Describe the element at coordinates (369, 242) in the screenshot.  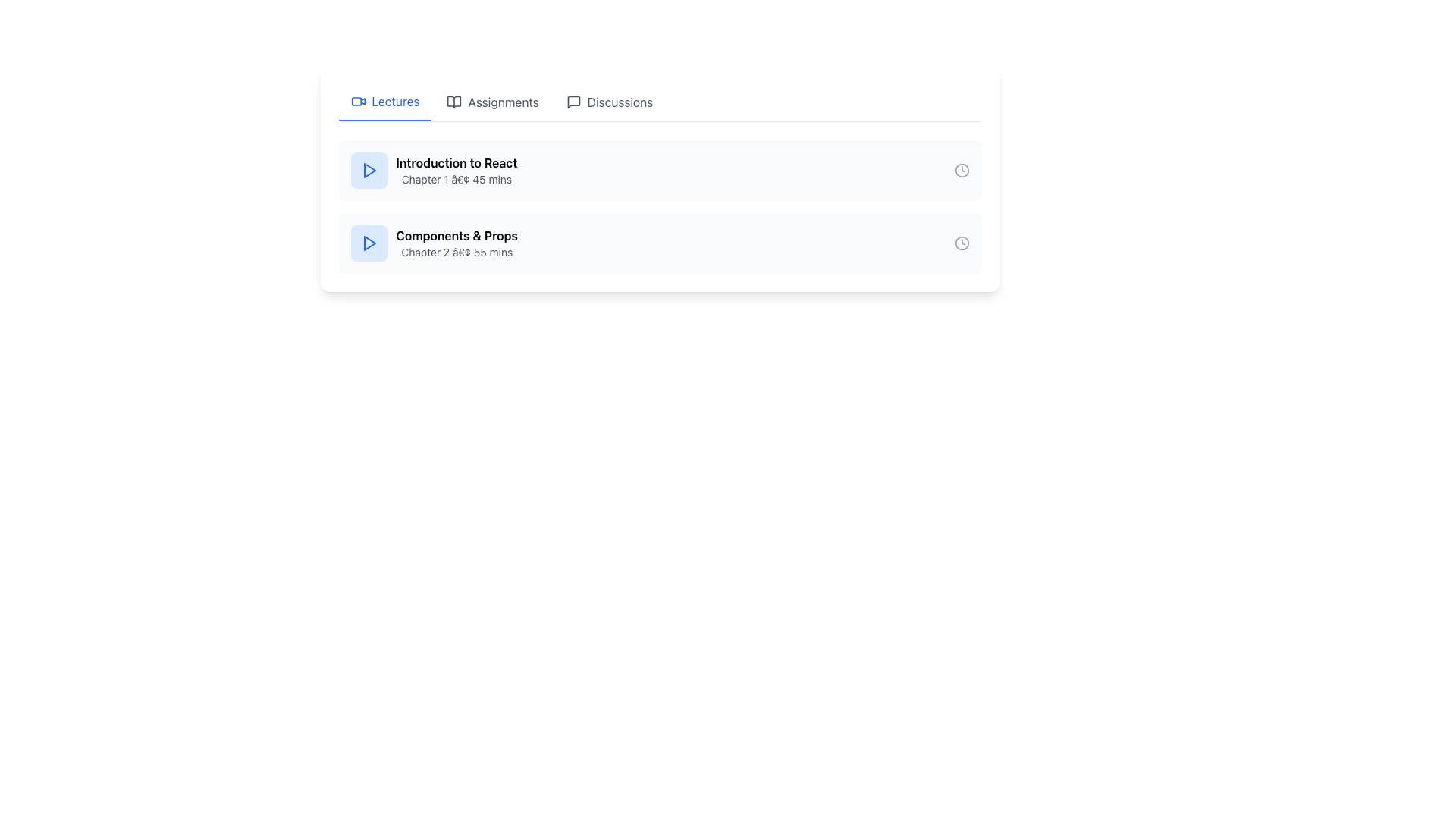
I see `the triangular play icon within the rounded blue background, located in the 'Components & Props' section of the Lectures tab, specifically the play button for the second lecture item` at that location.